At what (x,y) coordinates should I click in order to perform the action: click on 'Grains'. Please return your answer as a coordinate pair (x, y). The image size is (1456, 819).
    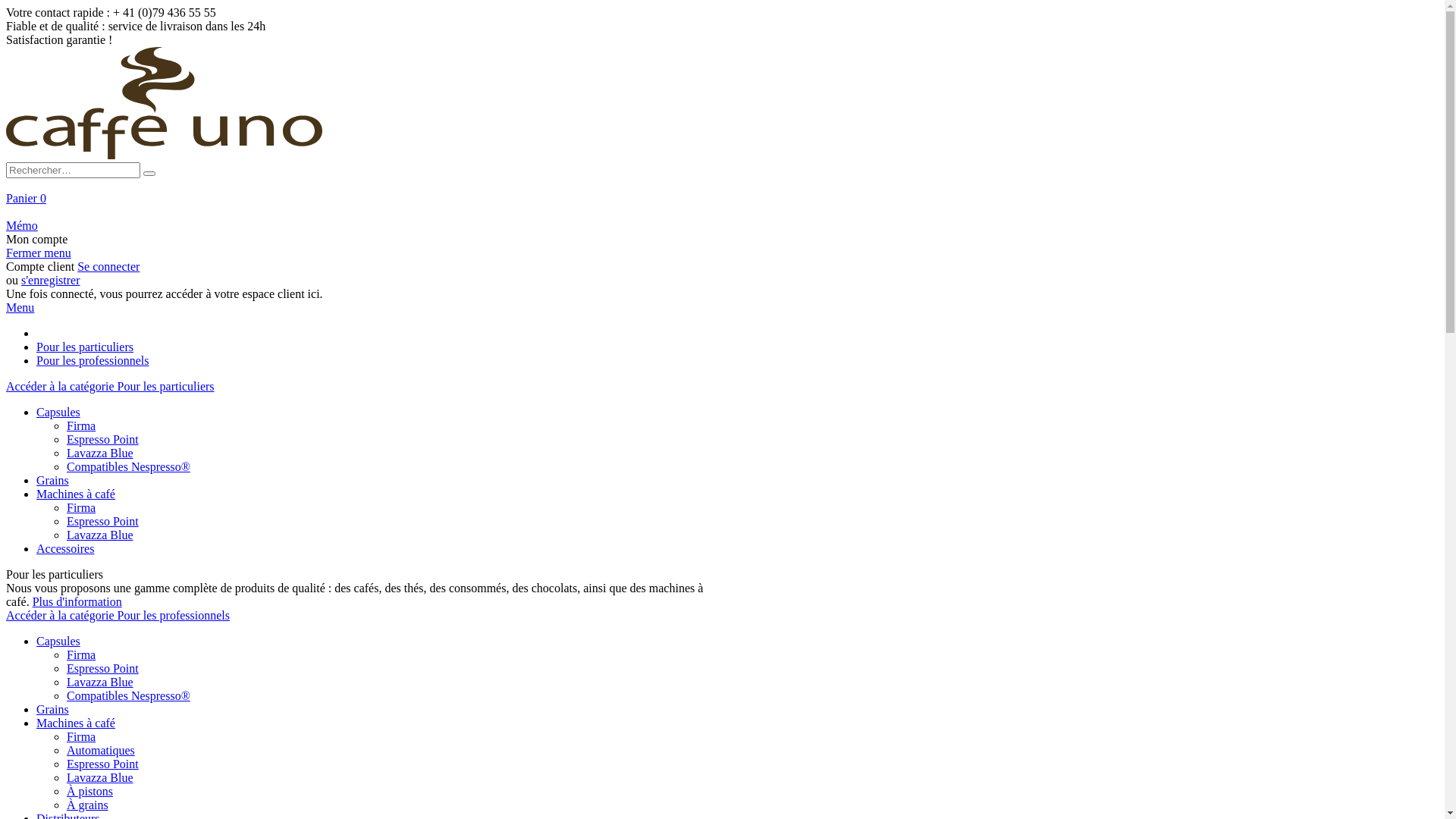
    Looking at the image, I should click on (52, 708).